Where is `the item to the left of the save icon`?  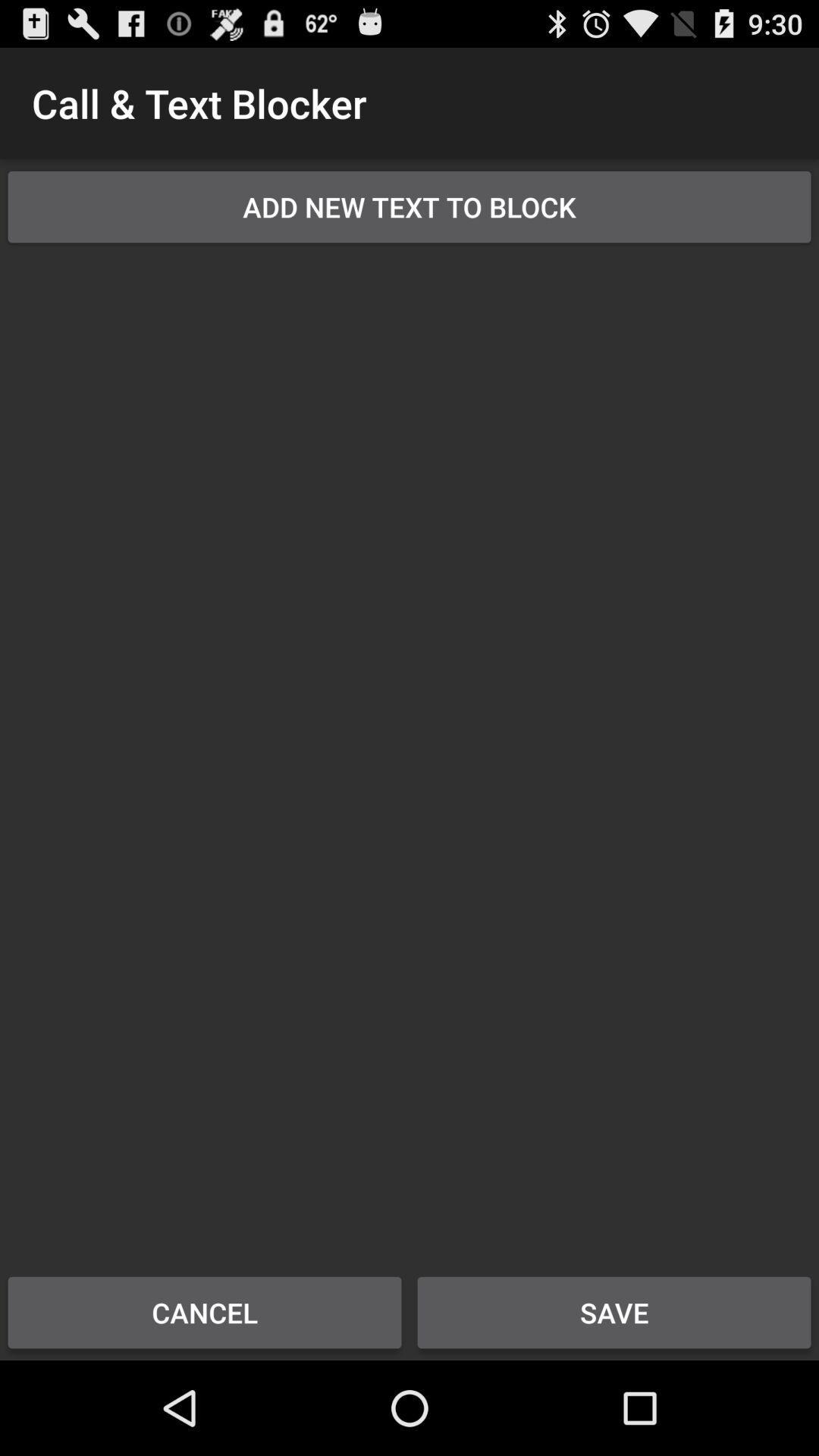
the item to the left of the save icon is located at coordinates (205, 1312).